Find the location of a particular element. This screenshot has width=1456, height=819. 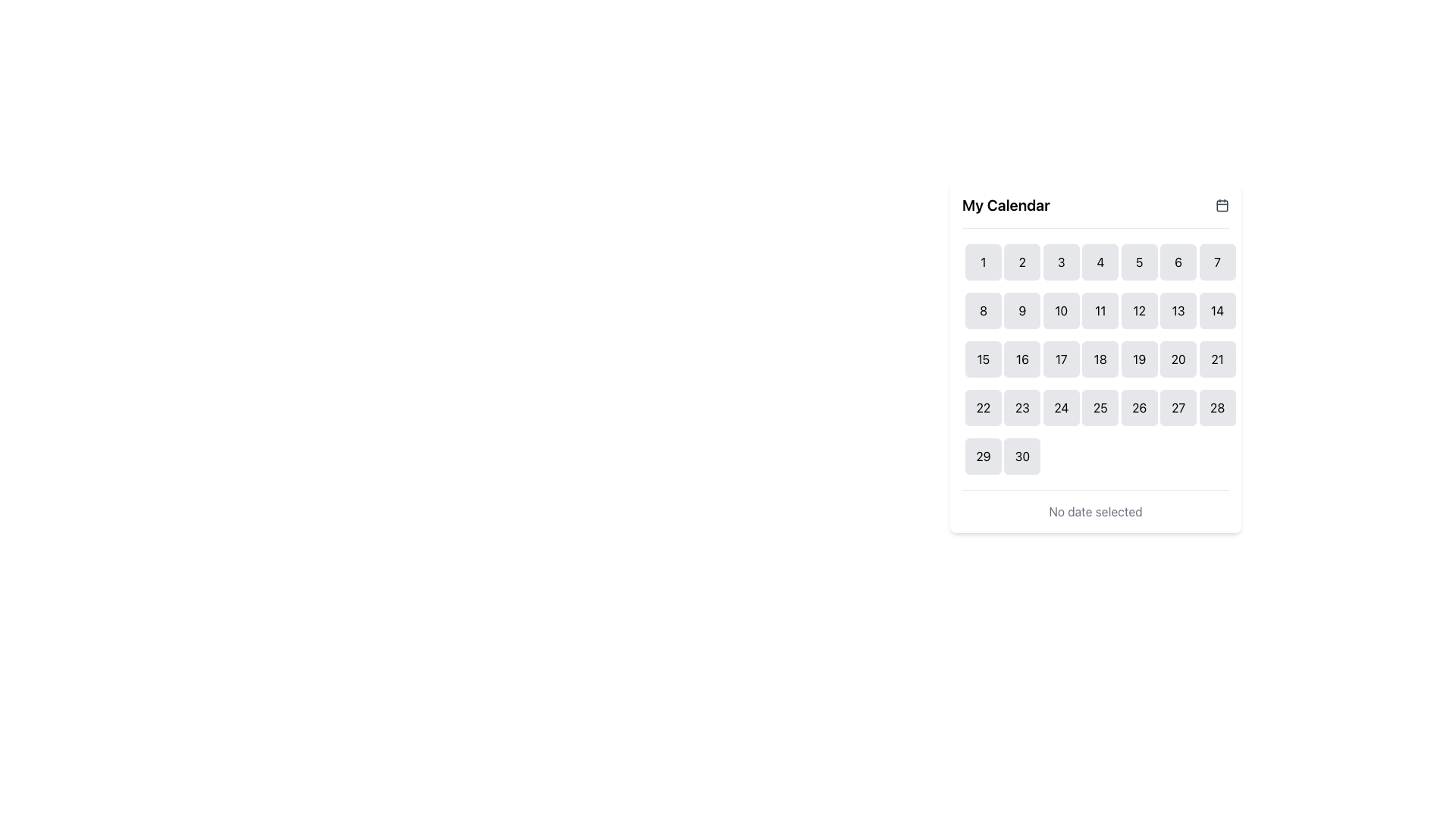

the calendar day cell displaying the number '19' is located at coordinates (1139, 359).